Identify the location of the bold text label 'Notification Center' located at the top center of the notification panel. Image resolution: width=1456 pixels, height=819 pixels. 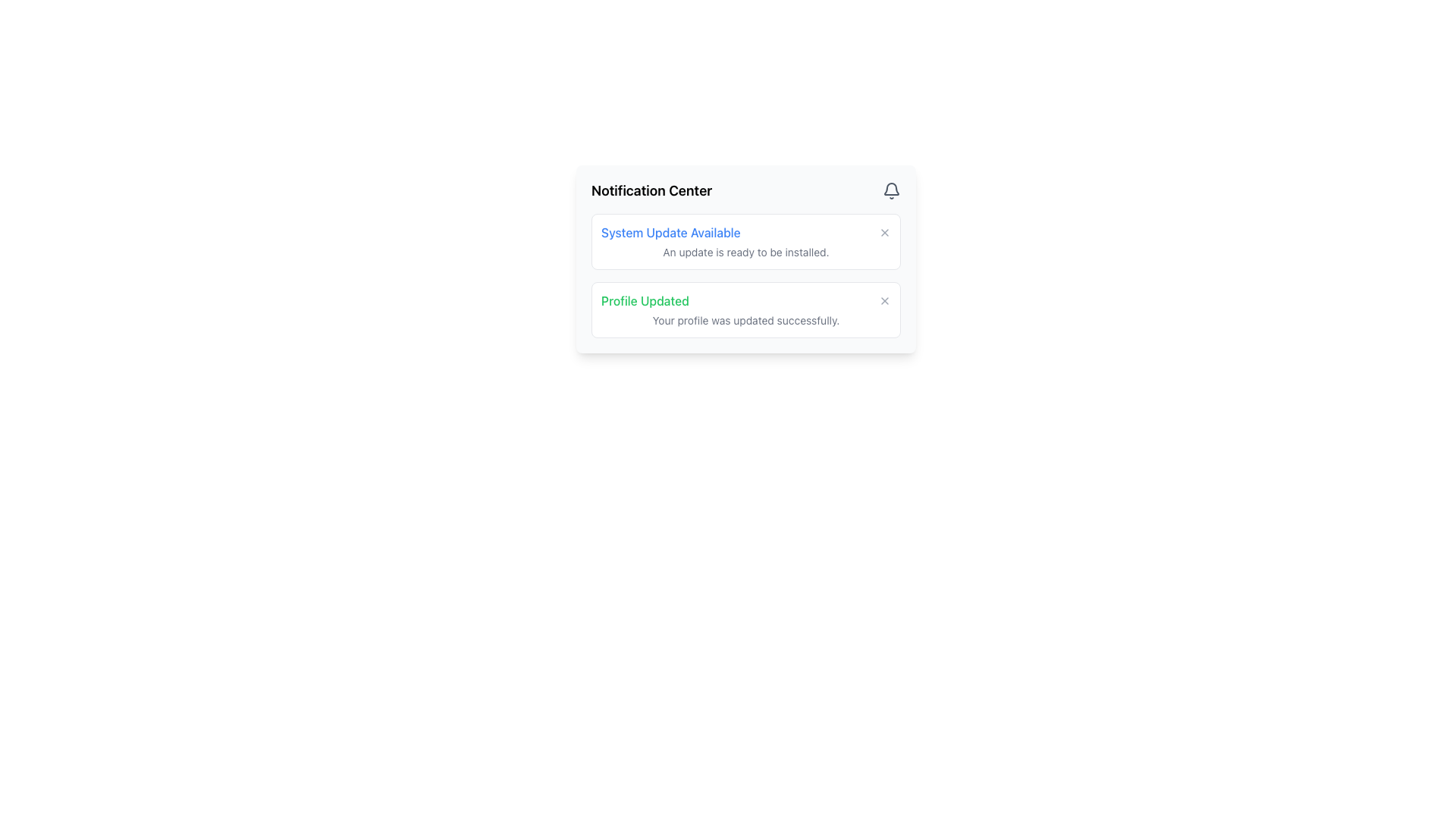
(651, 190).